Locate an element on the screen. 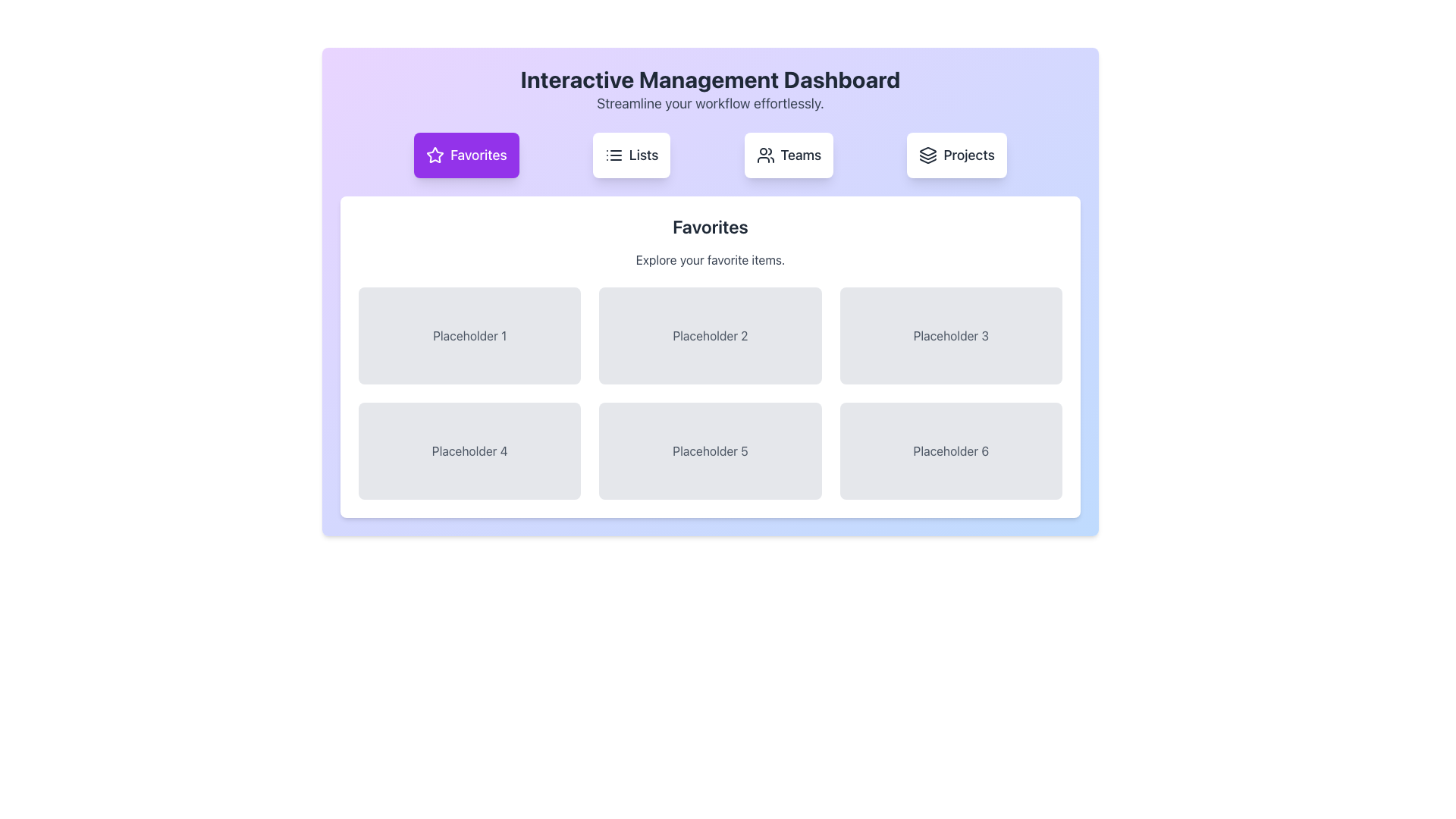  the text label displaying 'Placeholder 2' in a gray font, located in the second placeholder box of the grid is located at coordinates (709, 335).